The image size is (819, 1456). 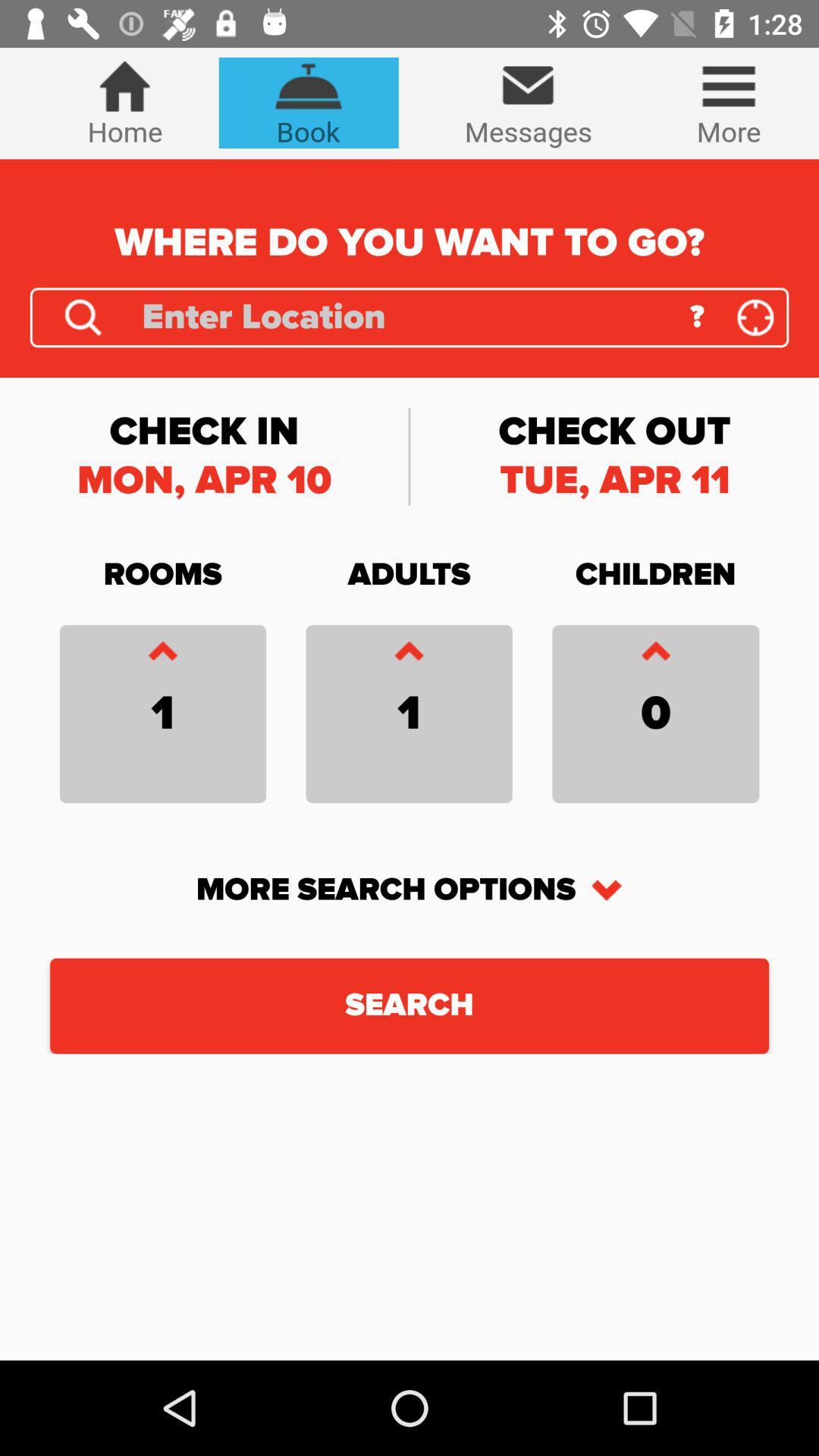 What do you see at coordinates (654, 654) in the screenshot?
I see `go up` at bounding box center [654, 654].